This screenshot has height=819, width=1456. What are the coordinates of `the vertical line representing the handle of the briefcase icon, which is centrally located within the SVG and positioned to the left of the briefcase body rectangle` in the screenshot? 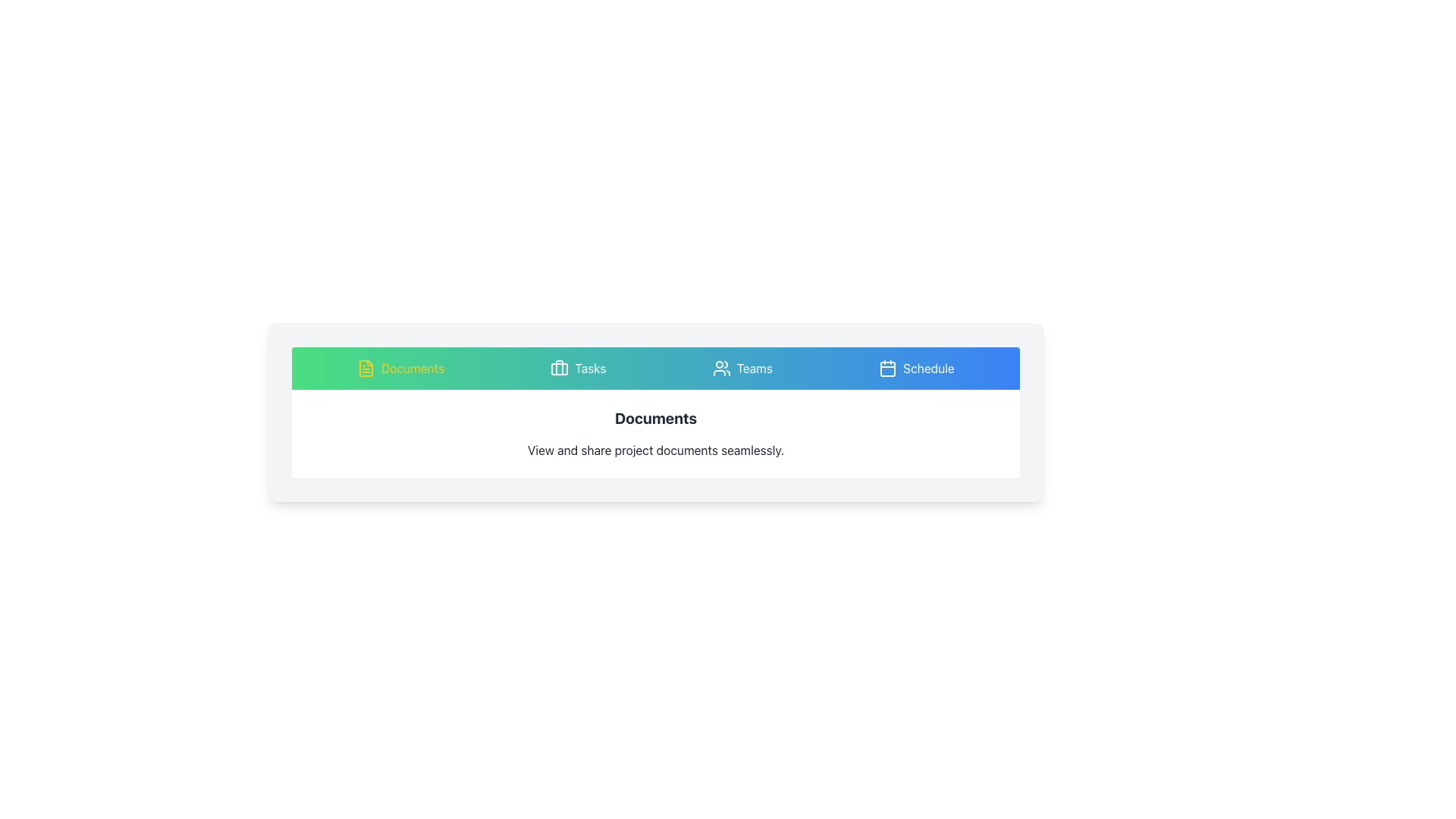 It's located at (559, 368).